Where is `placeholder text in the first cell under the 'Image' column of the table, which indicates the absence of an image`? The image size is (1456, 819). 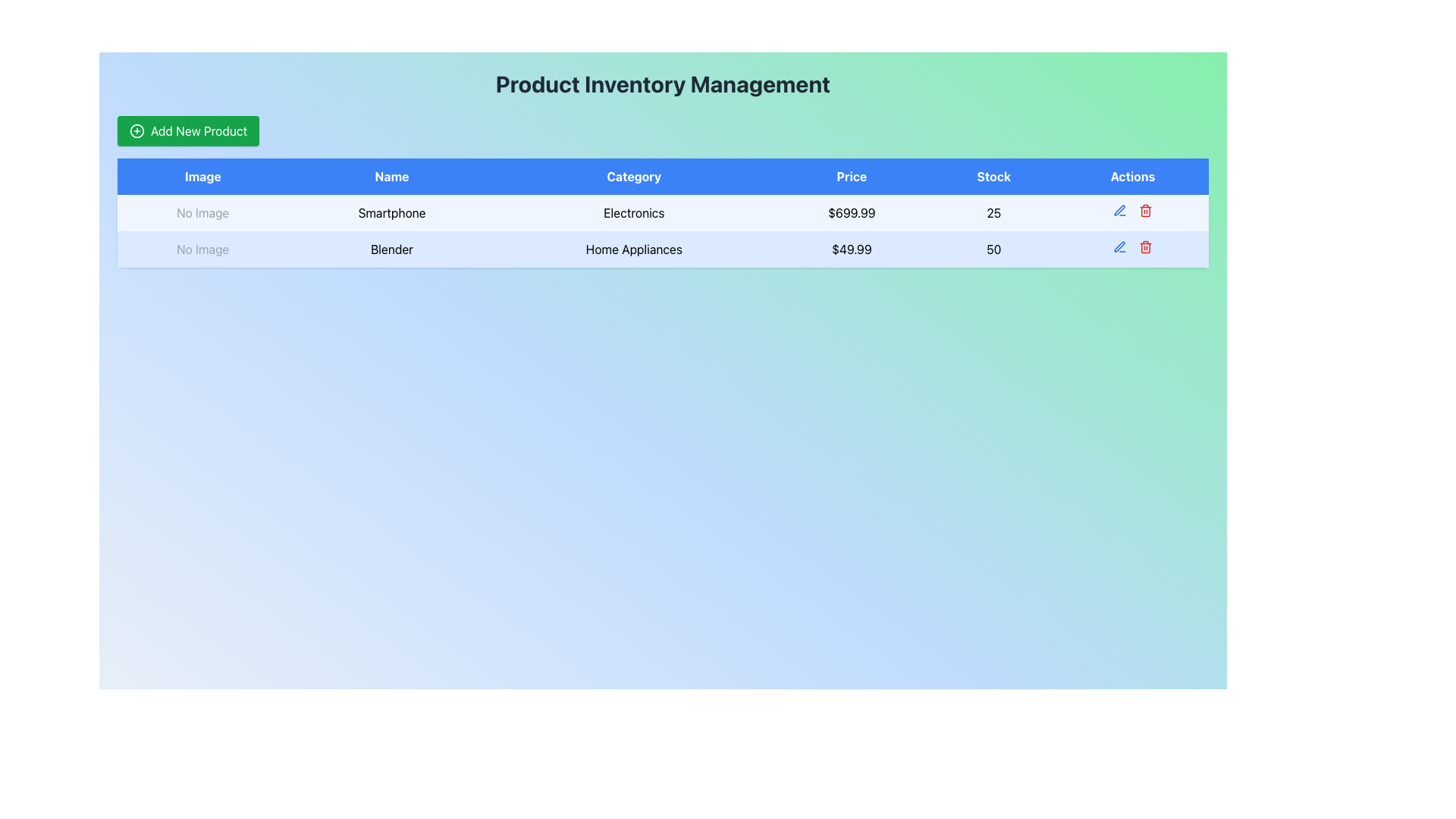 placeholder text in the first cell under the 'Image' column of the table, which indicates the absence of an image is located at coordinates (202, 213).